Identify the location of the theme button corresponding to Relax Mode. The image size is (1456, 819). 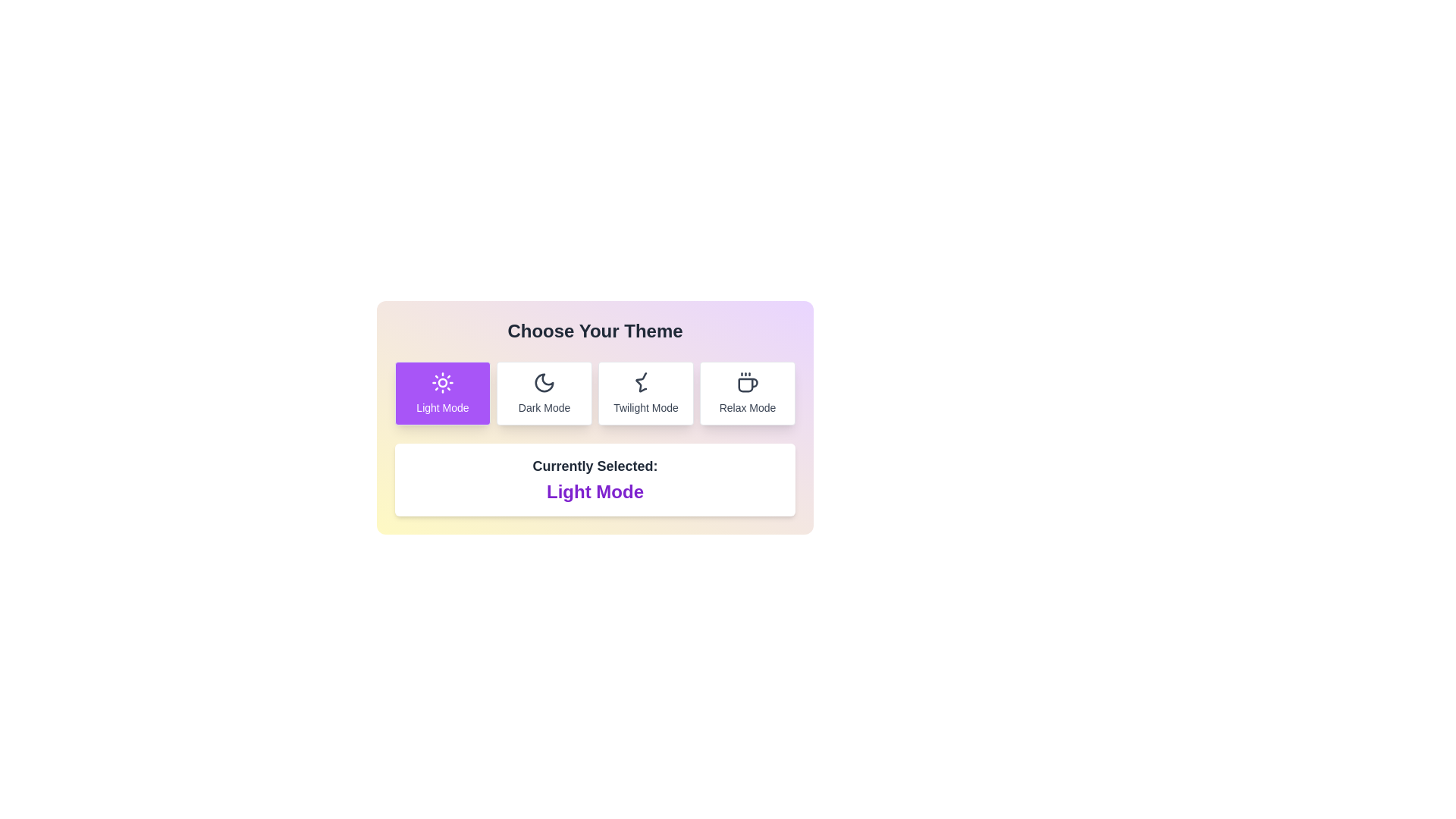
(747, 393).